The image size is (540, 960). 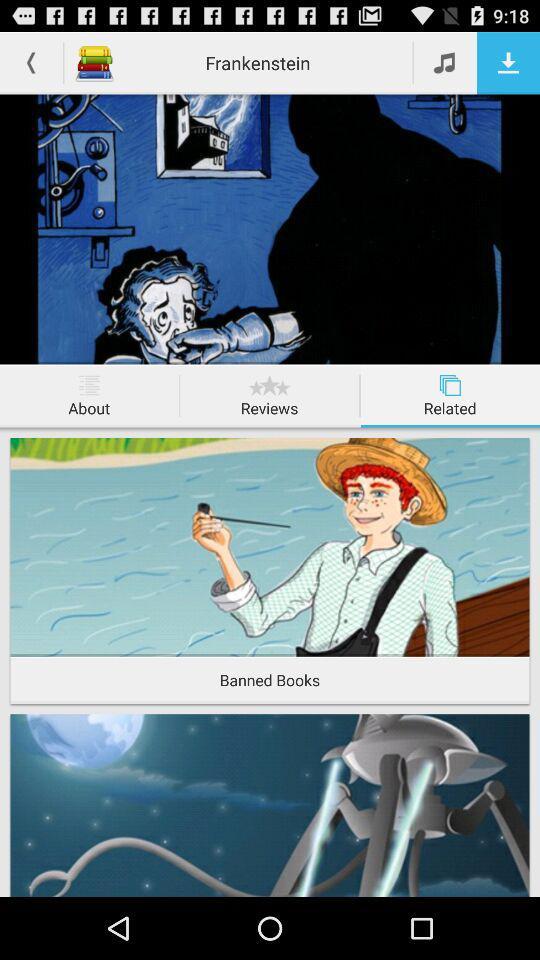 I want to click on go back, so click(x=30, y=62).